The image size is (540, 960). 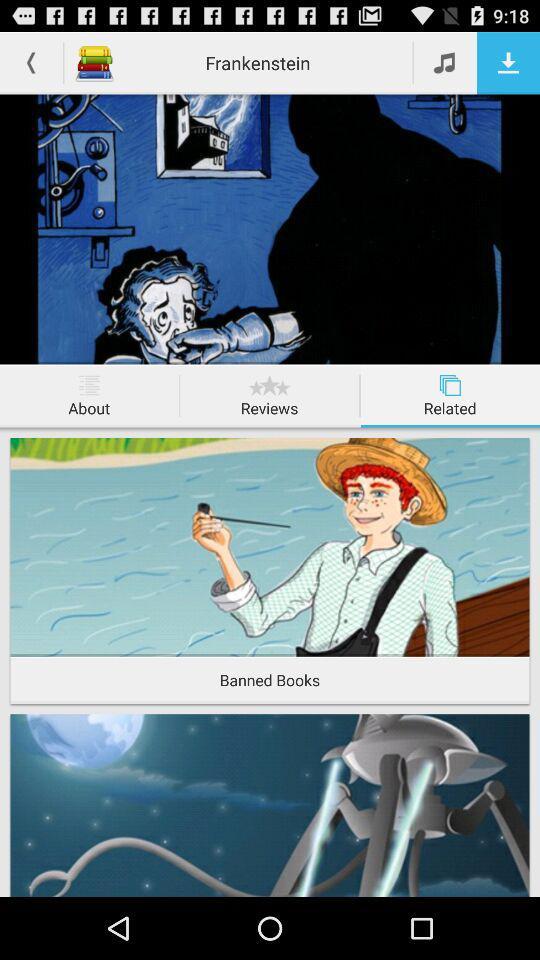 I want to click on go back, so click(x=30, y=62).